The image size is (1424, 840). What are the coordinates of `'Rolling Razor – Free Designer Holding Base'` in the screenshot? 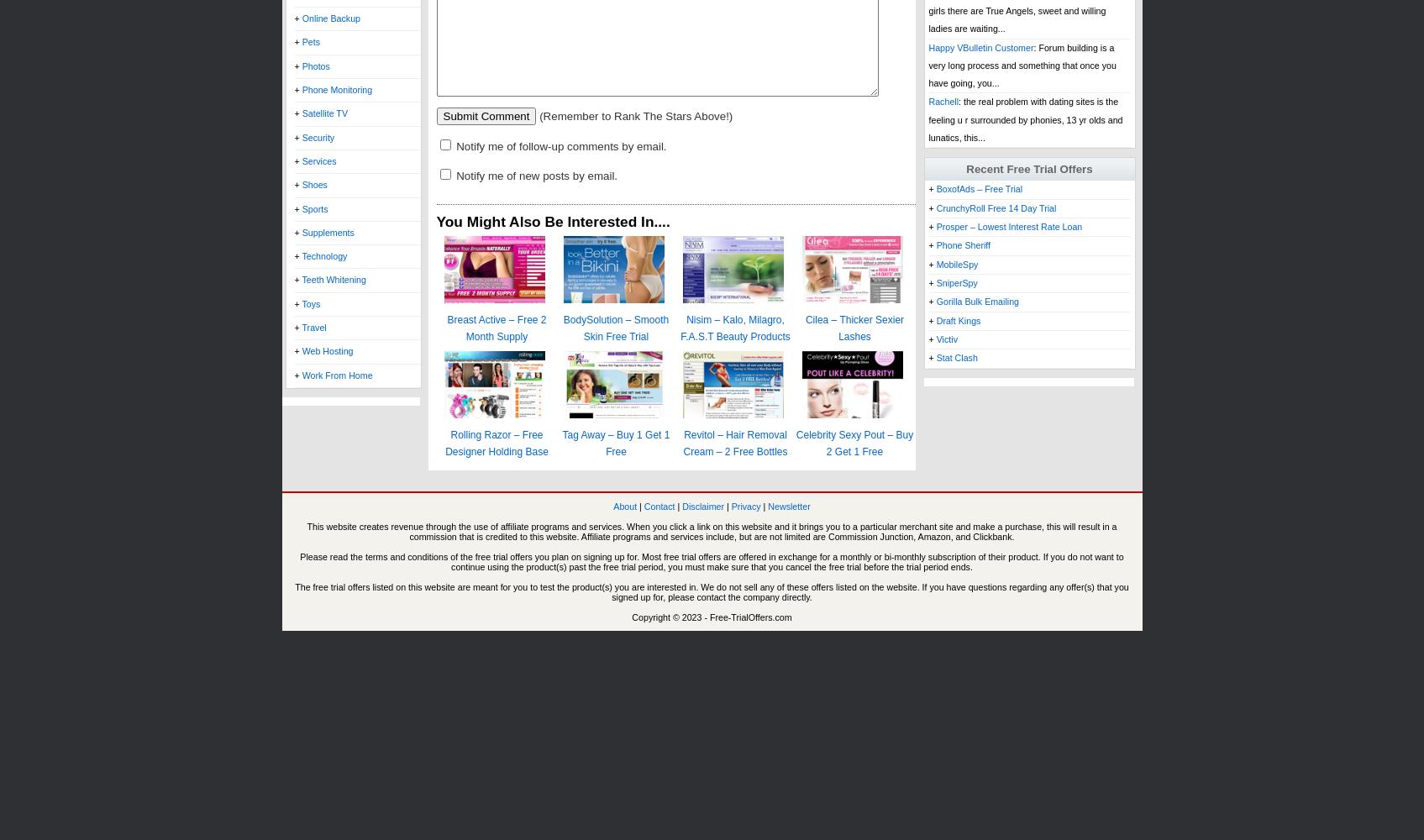 It's located at (496, 444).